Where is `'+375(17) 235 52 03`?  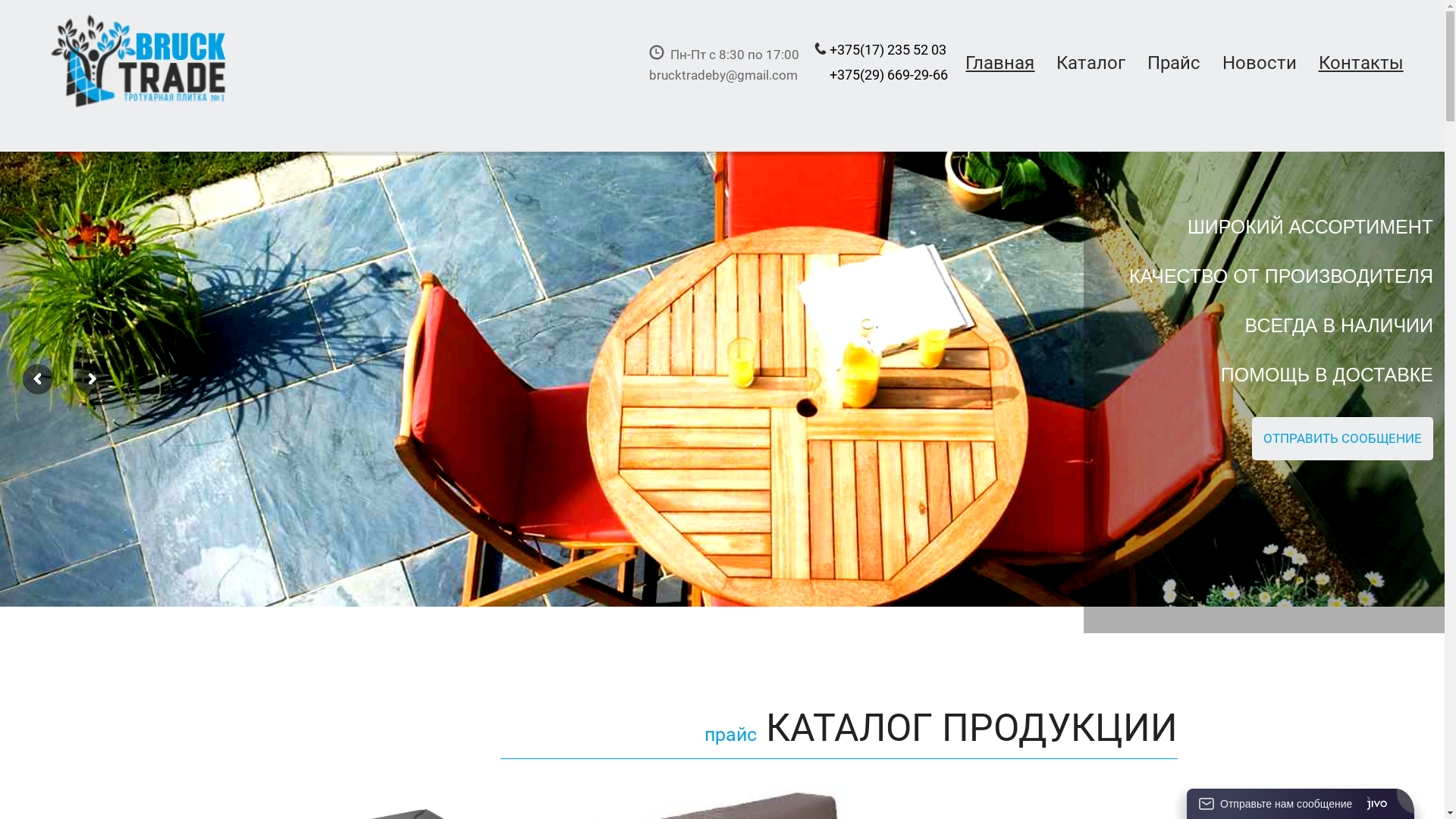
'+375(17) 235 52 03 is located at coordinates (806, 76).